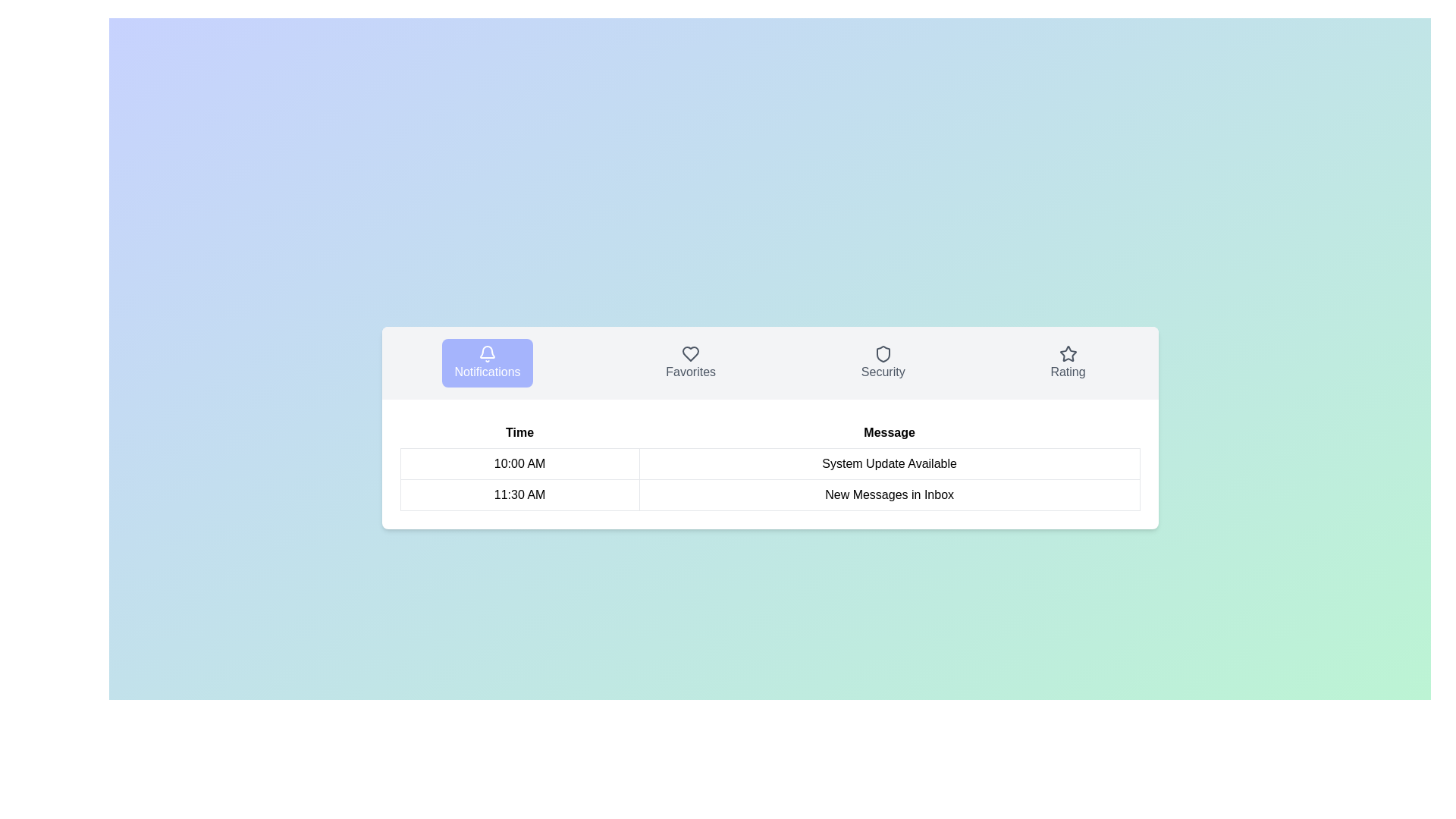 The image size is (1456, 819). I want to click on time stamp and brief description of the notification event displayed in the first row of the table under the 'Notifications' section, so click(770, 463).